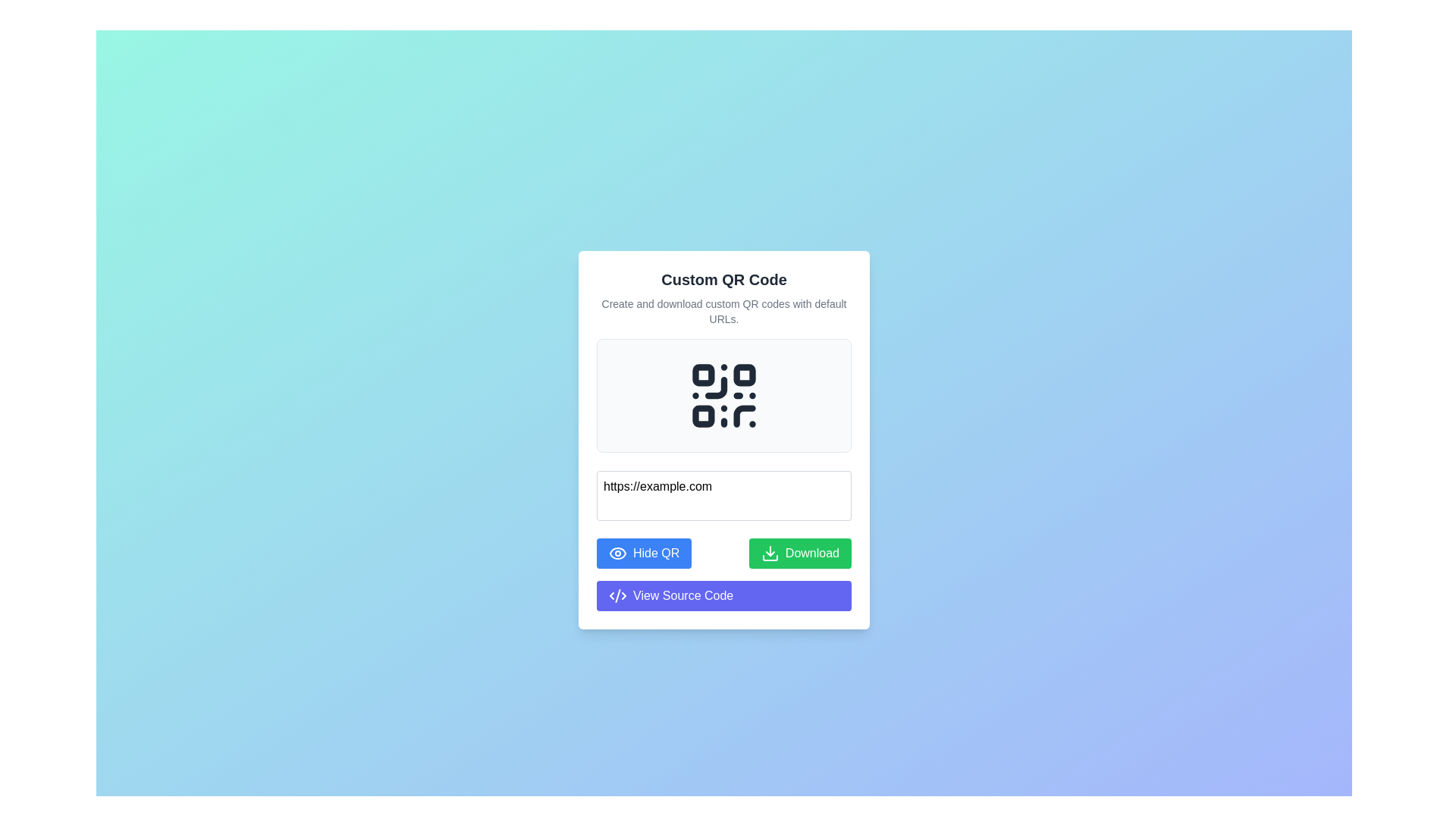 The width and height of the screenshot is (1456, 819). I want to click on the green download icon with a white downward arrow, so click(770, 553).